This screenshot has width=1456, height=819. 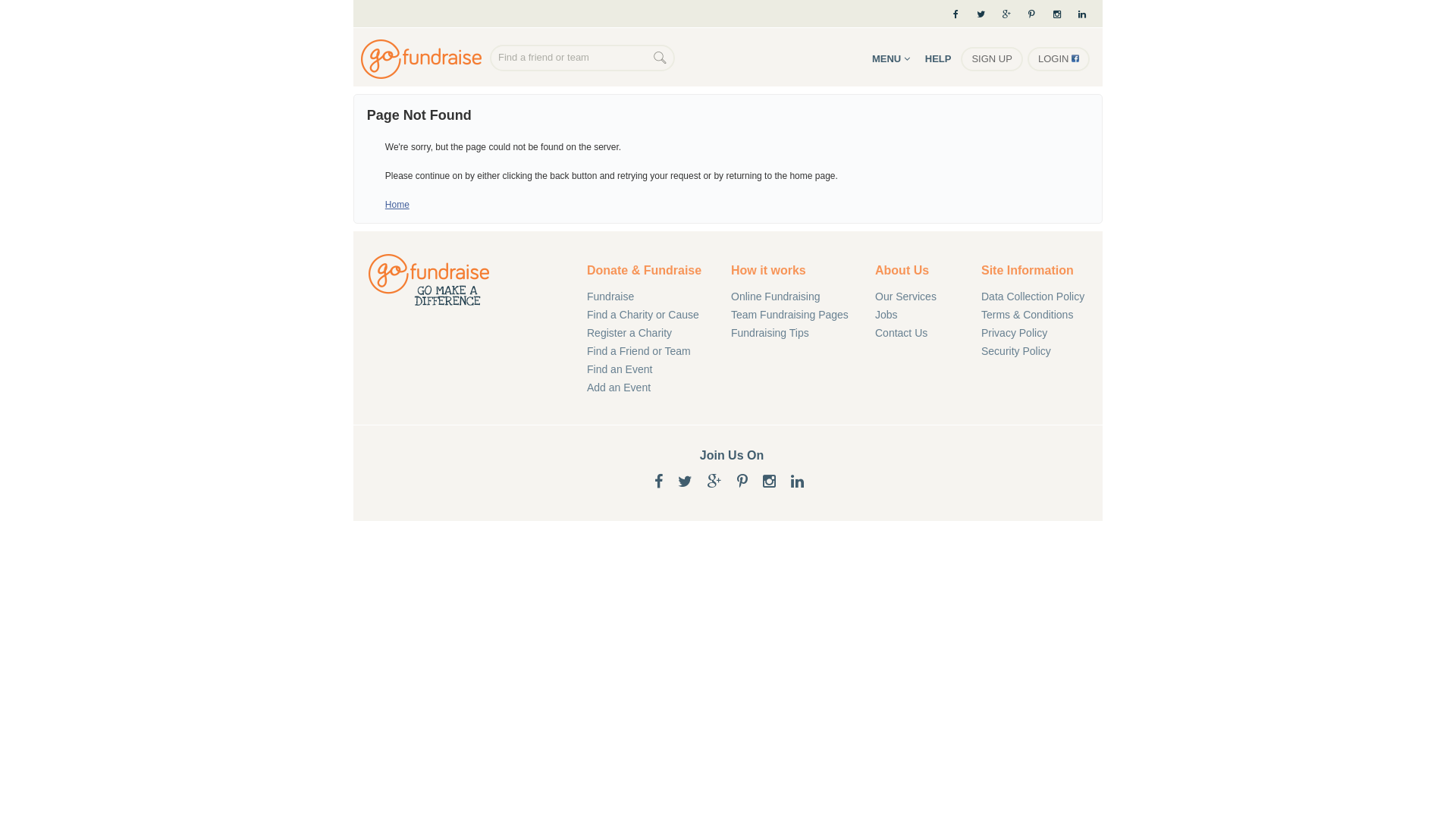 What do you see at coordinates (648, 369) in the screenshot?
I see `'Find an Event'` at bounding box center [648, 369].